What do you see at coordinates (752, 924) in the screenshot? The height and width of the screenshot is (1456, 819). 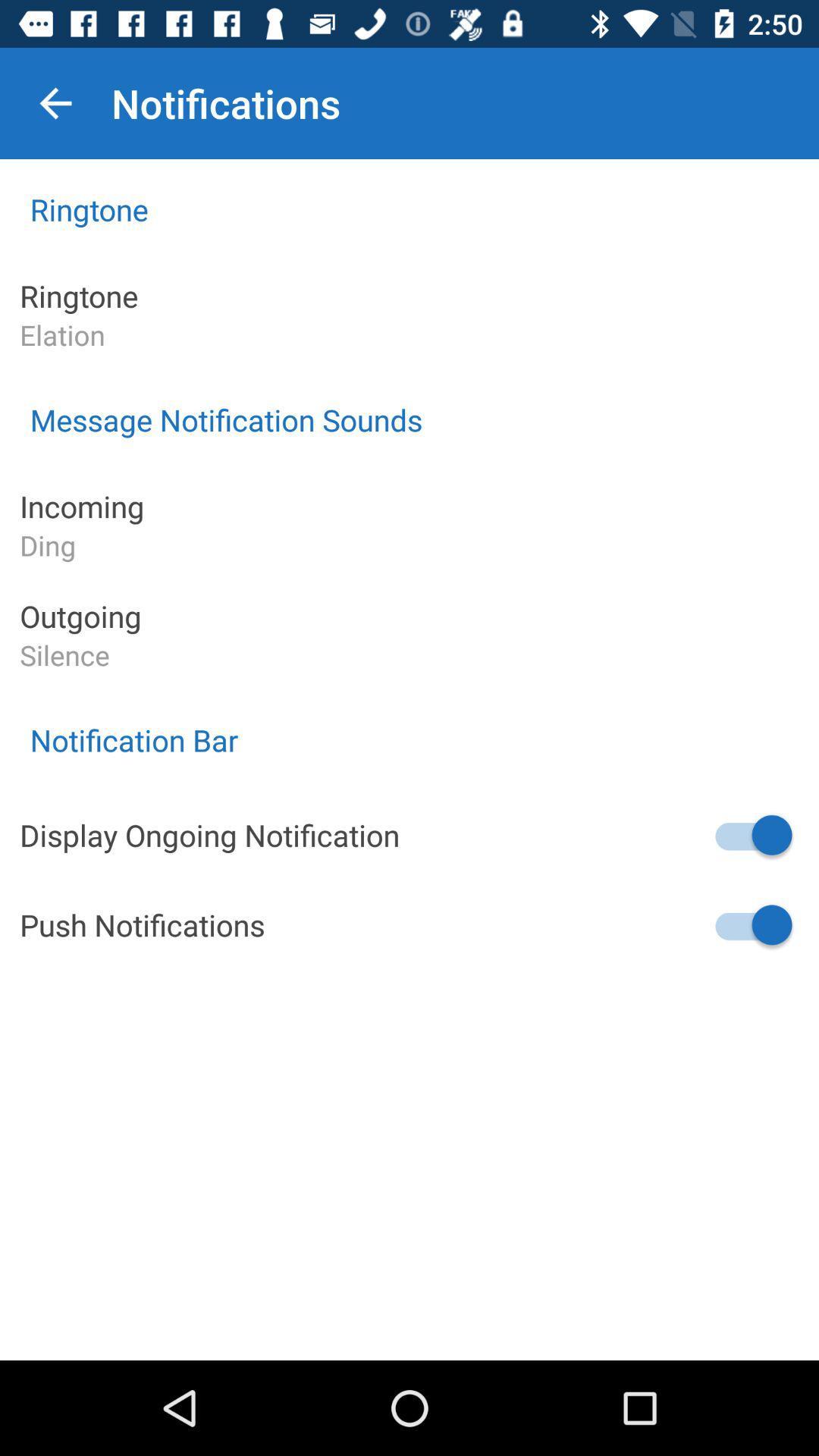 I see `push notifications` at bounding box center [752, 924].